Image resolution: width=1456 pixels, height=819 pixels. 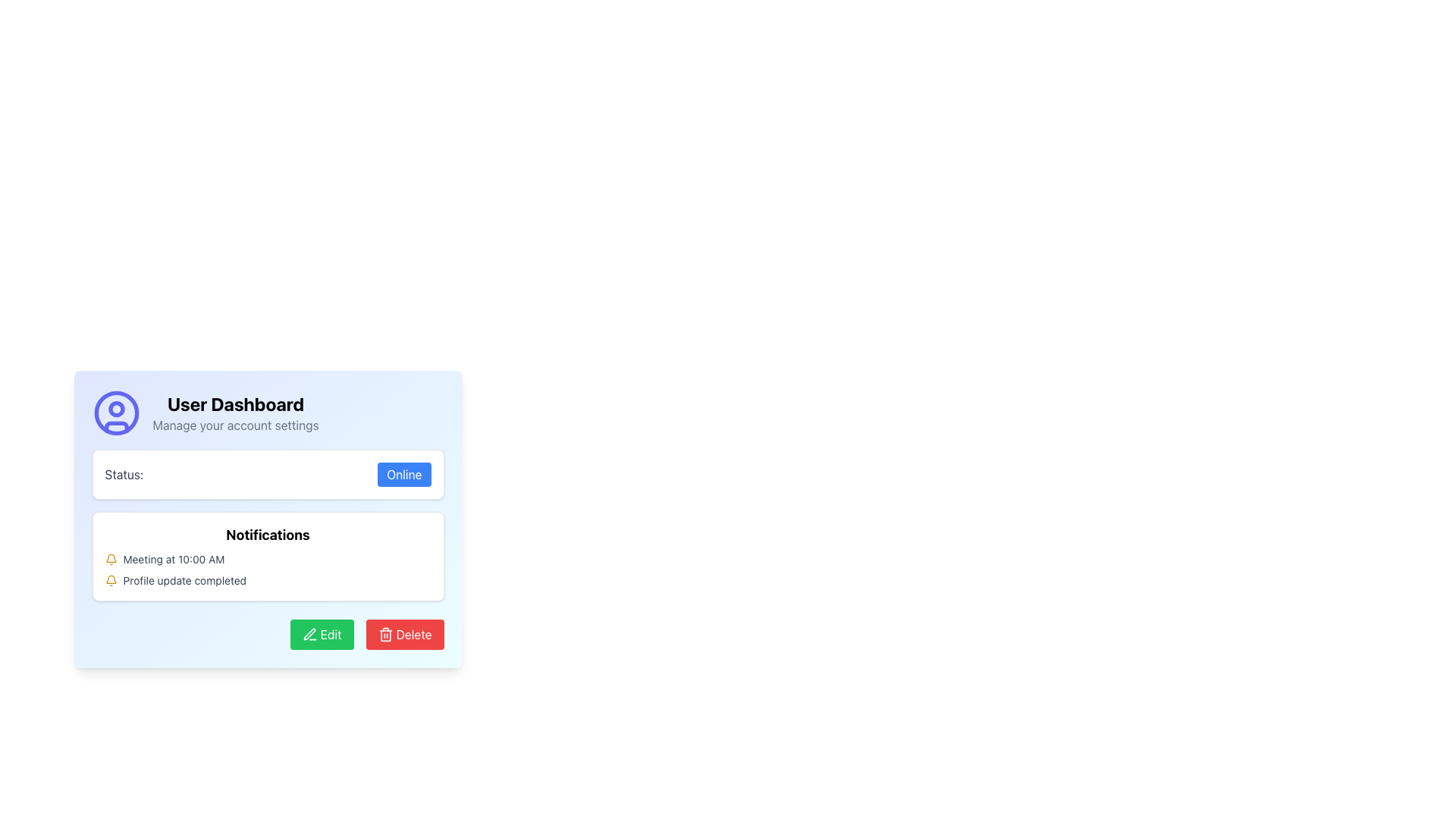 I want to click on the yellow bell icon in the notification panel, which is used for notifications and alerts, so click(x=110, y=579).